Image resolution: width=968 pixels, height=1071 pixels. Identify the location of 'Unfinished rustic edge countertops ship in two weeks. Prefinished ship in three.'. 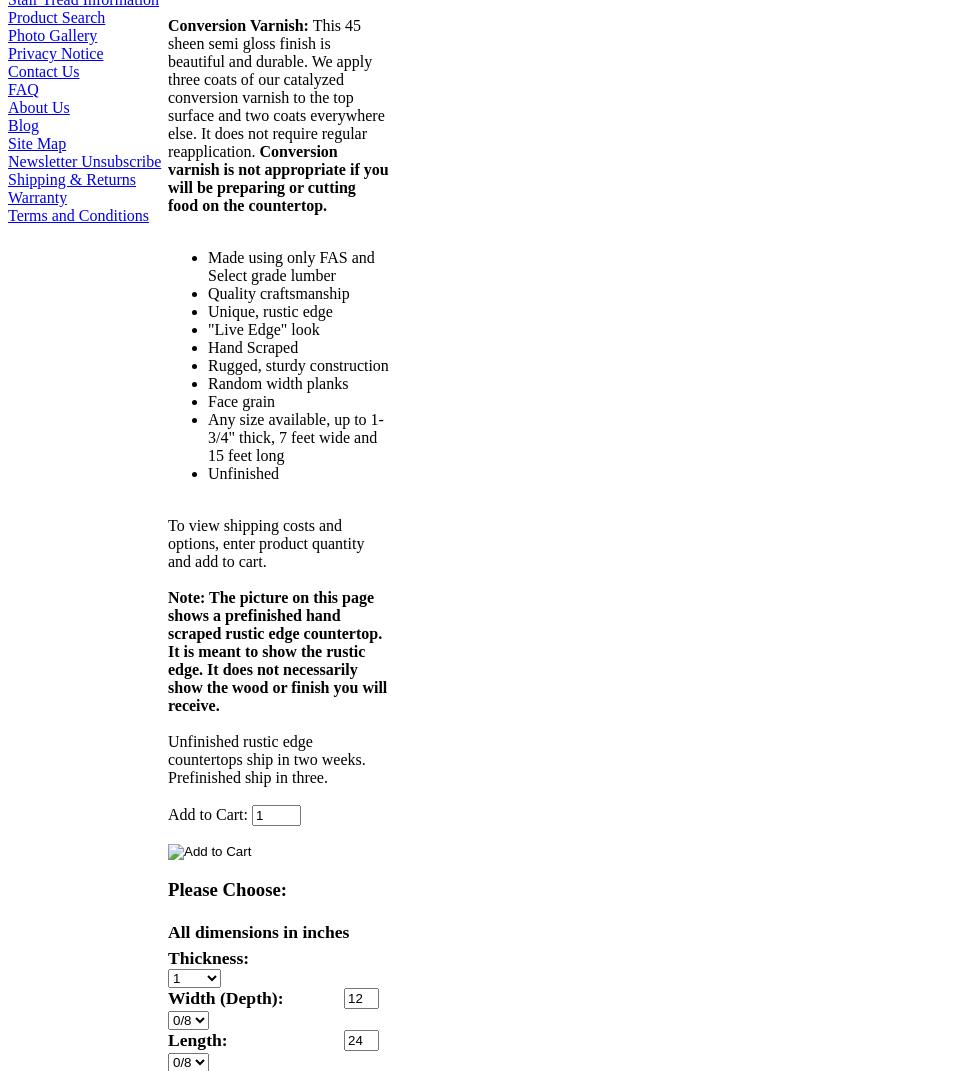
(266, 759).